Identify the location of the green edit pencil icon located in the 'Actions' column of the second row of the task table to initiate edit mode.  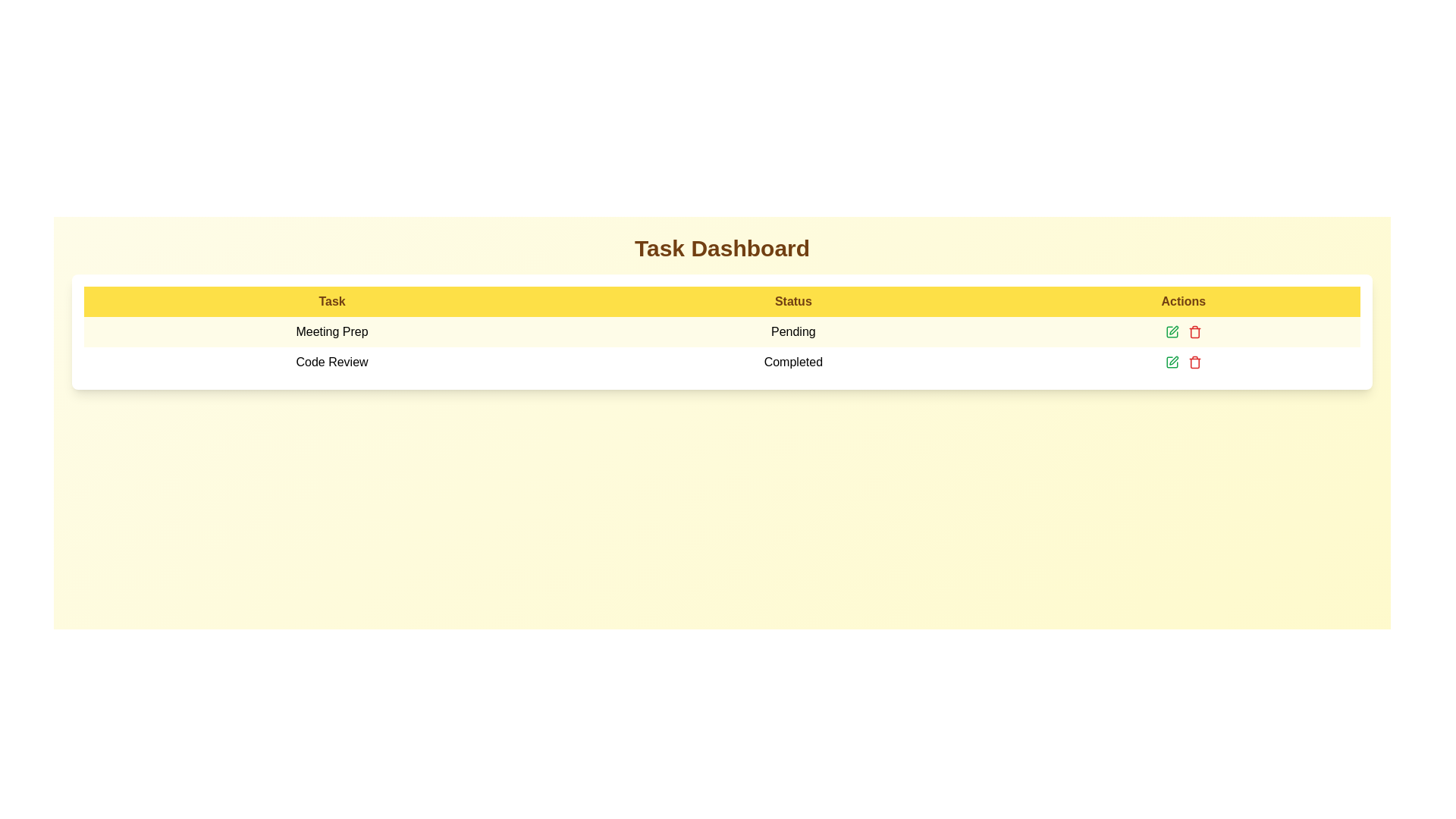
(1171, 362).